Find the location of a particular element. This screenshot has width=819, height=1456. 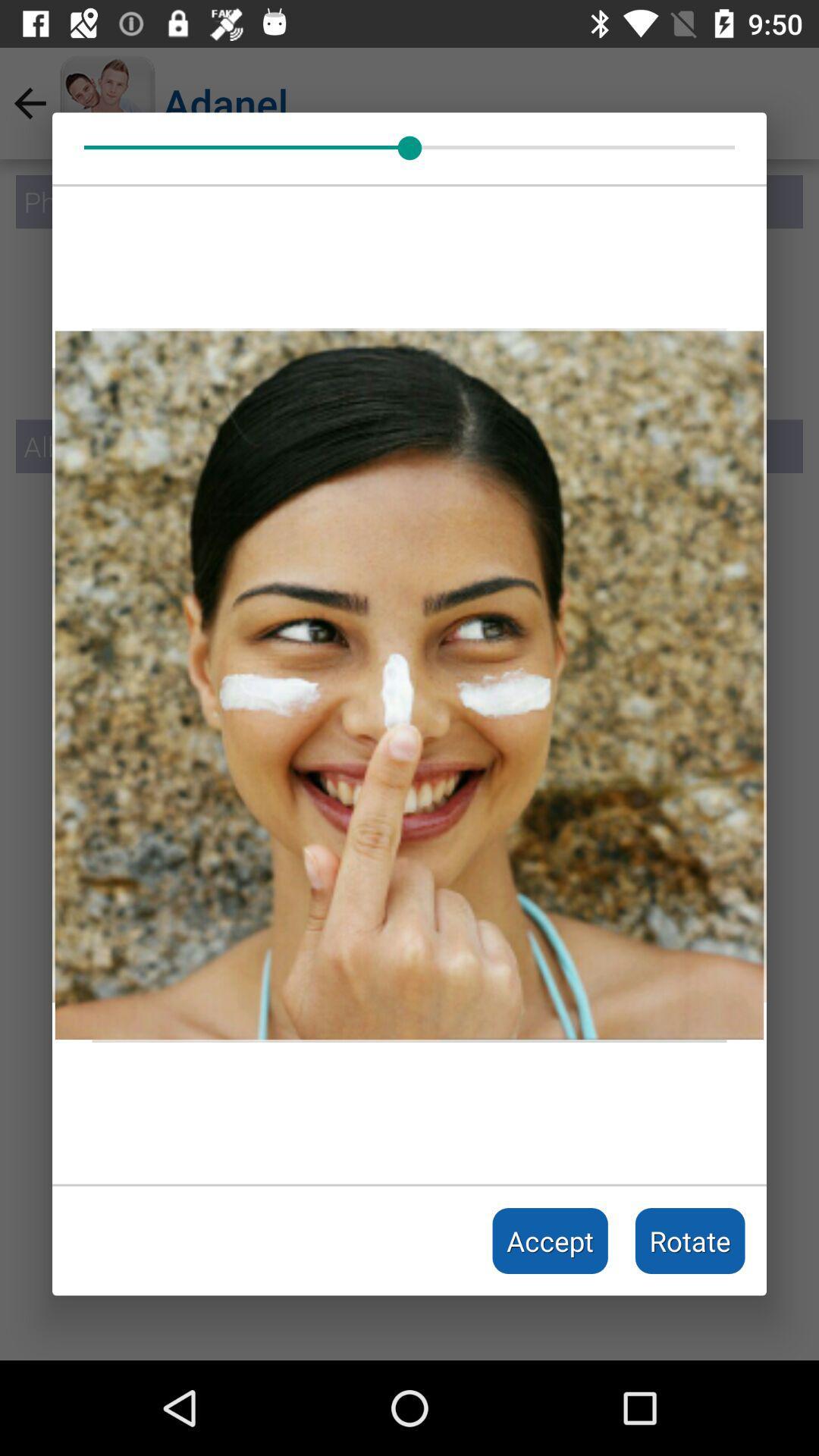

the accept is located at coordinates (550, 1241).